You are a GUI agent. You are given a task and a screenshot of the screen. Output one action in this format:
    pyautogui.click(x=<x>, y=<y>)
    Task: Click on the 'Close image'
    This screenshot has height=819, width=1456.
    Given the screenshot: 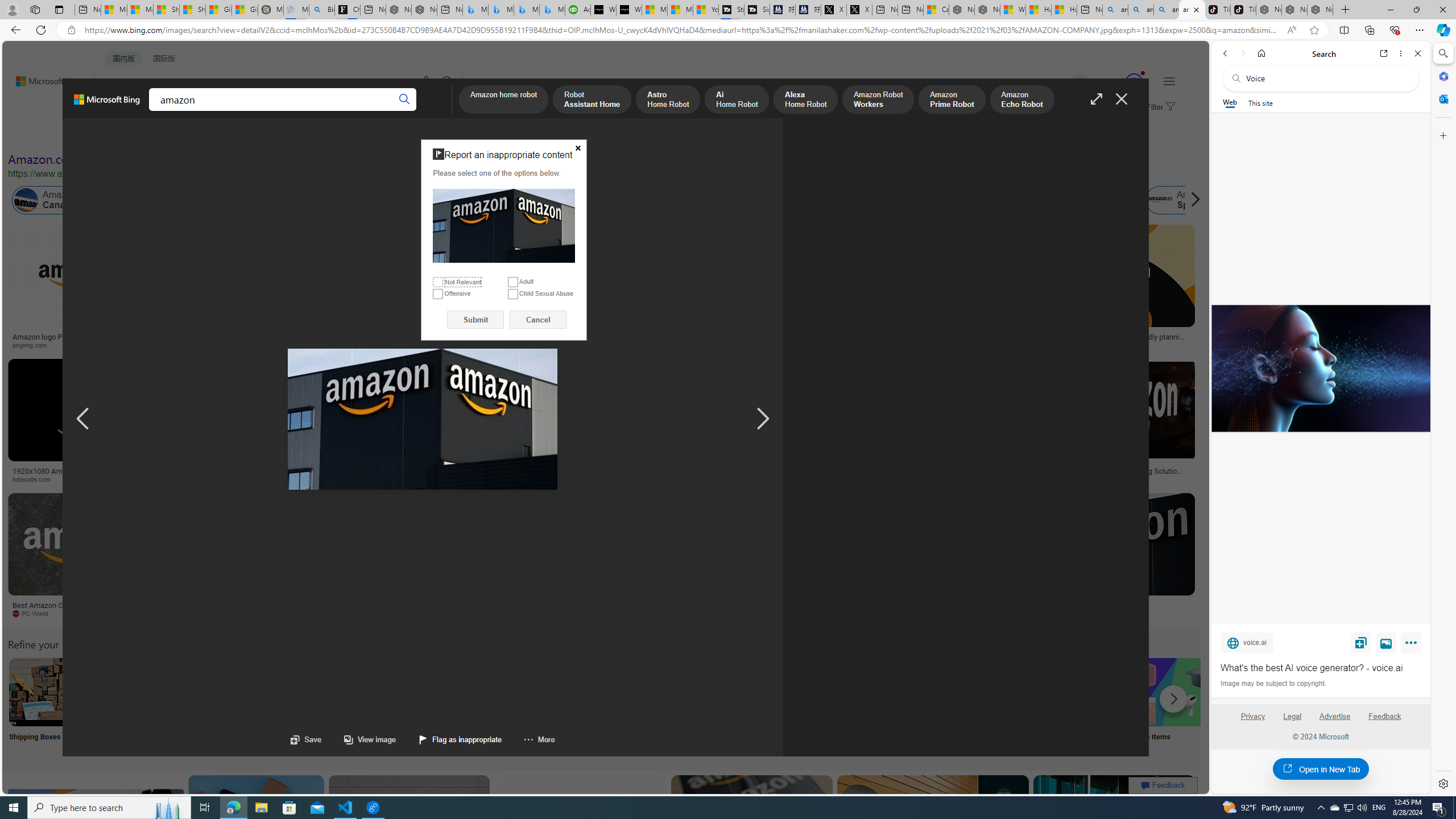 What is the action you would take?
    pyautogui.click(x=1122, y=98)
    